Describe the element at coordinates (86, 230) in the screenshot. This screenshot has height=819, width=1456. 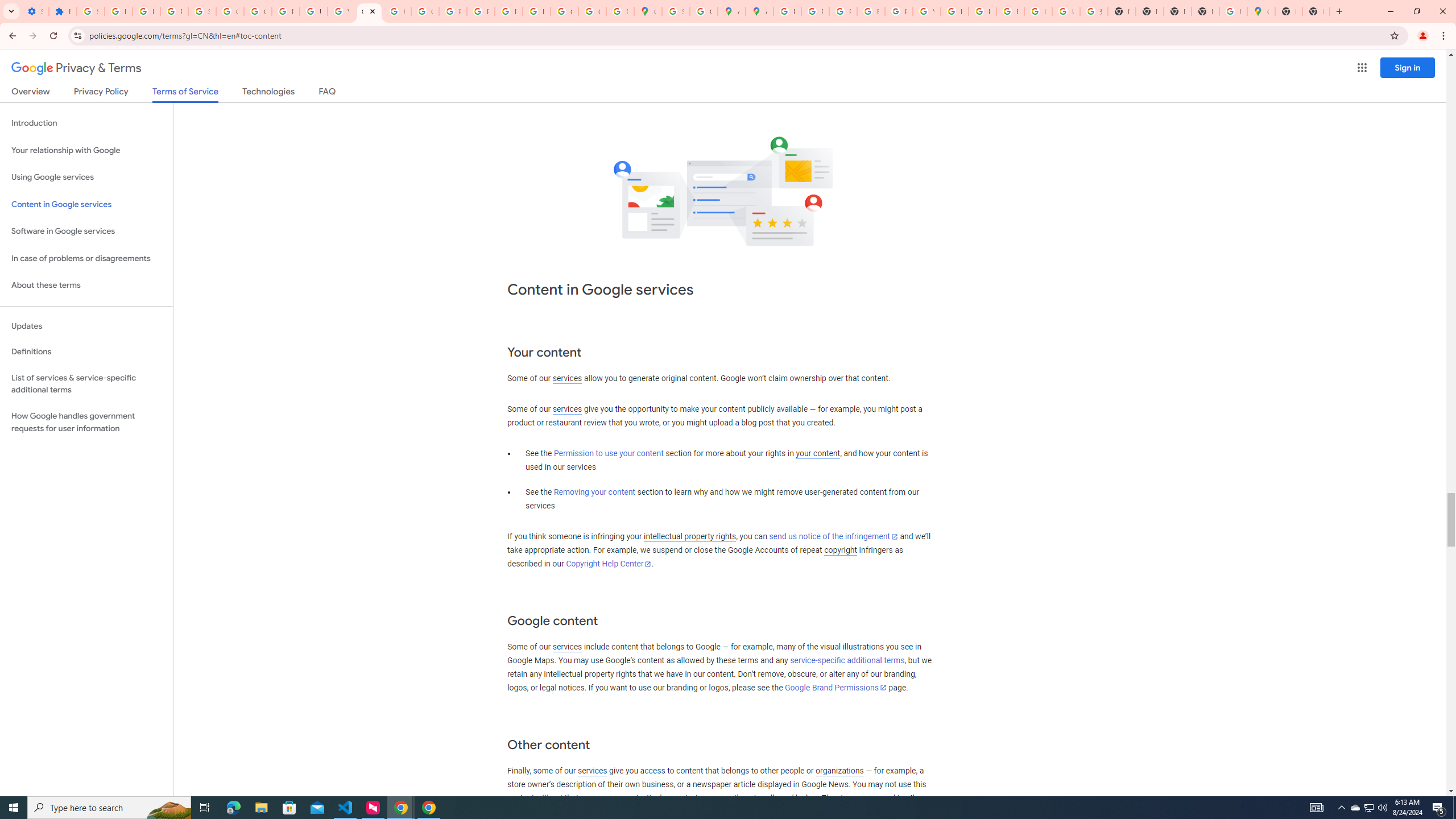
I see `'Software in Google services'` at that location.